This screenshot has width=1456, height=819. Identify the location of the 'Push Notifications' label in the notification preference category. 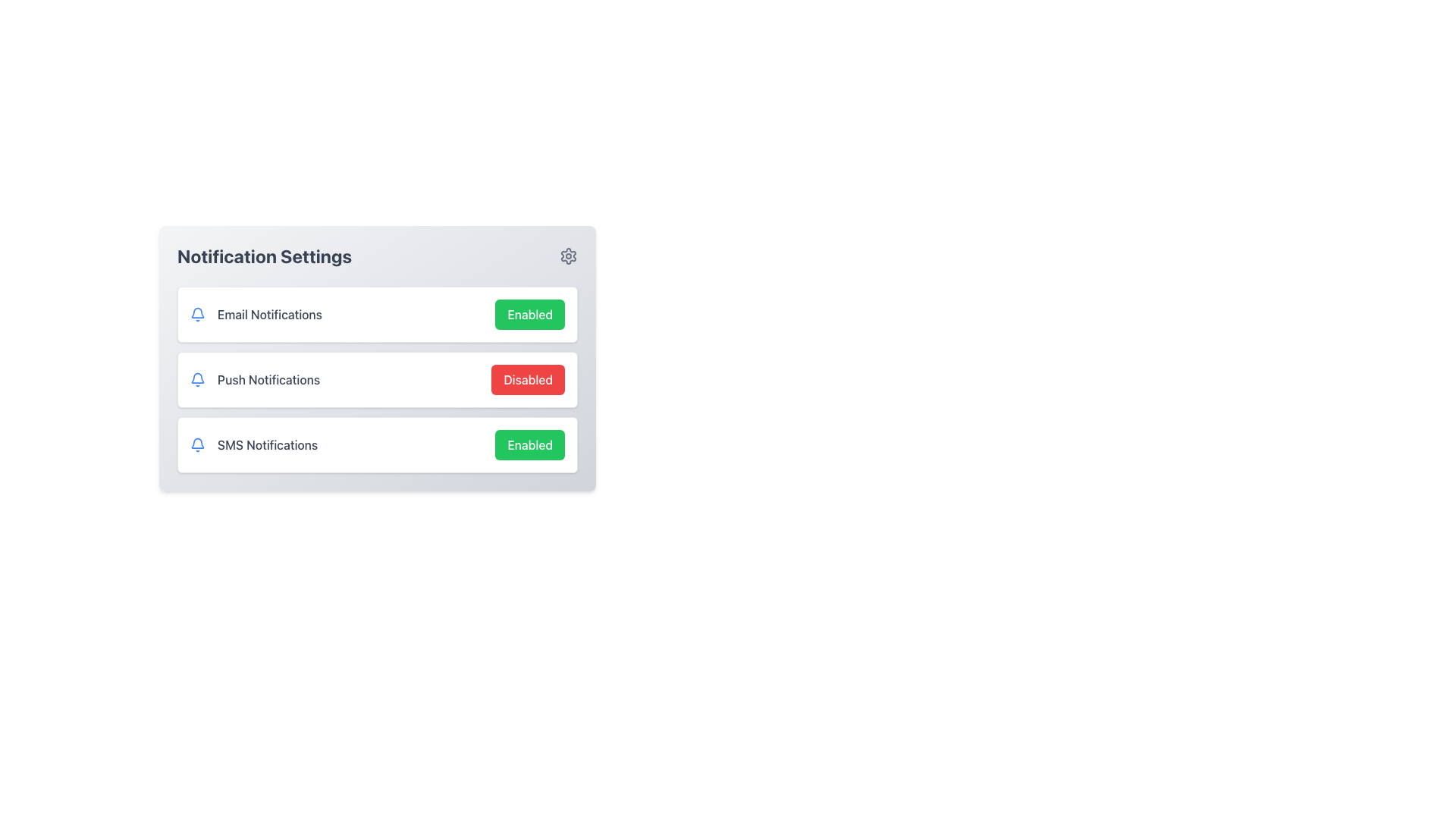
(268, 379).